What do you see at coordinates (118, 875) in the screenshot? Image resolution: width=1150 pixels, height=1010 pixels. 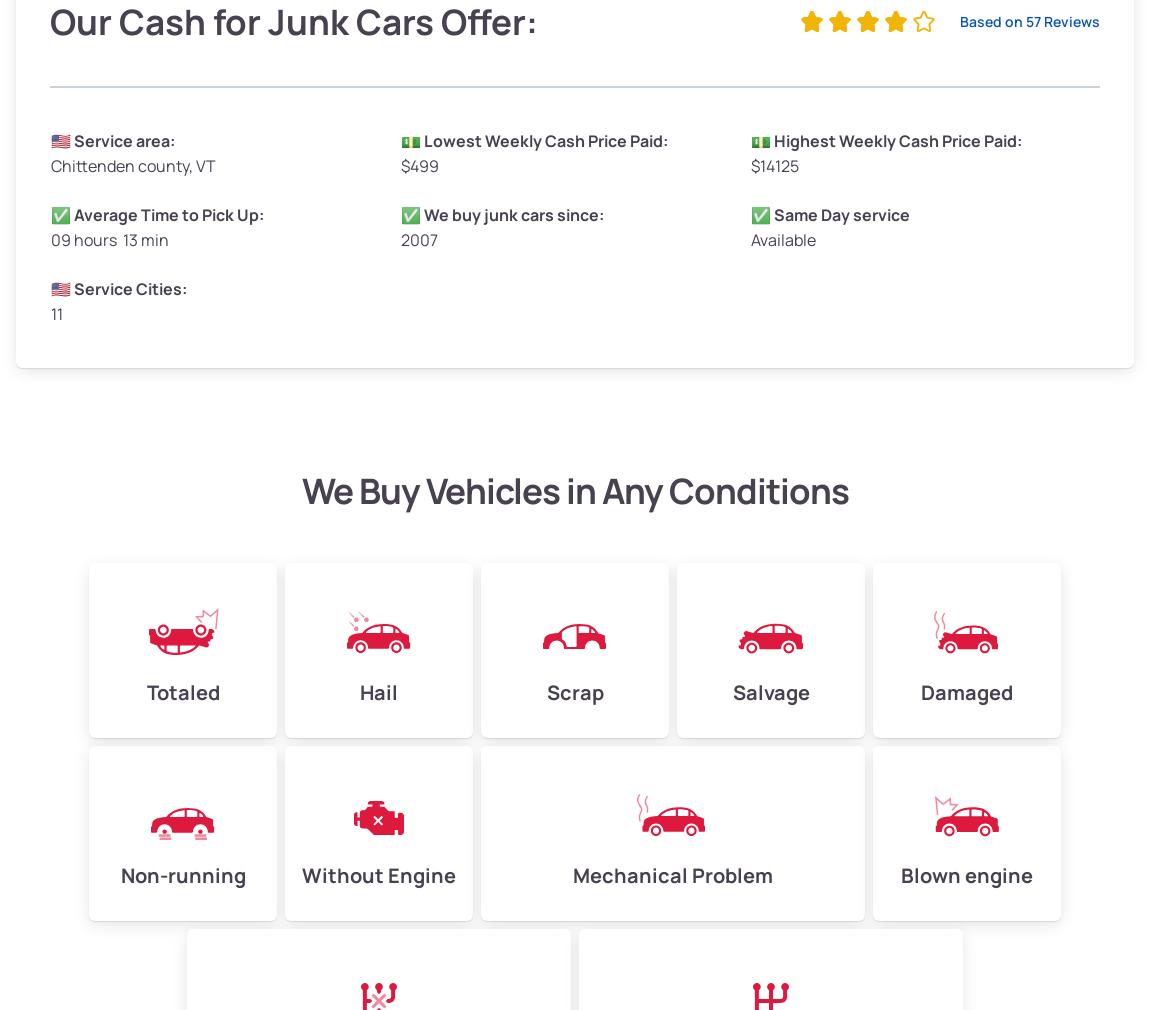 I see `'Non-running'` at bounding box center [118, 875].